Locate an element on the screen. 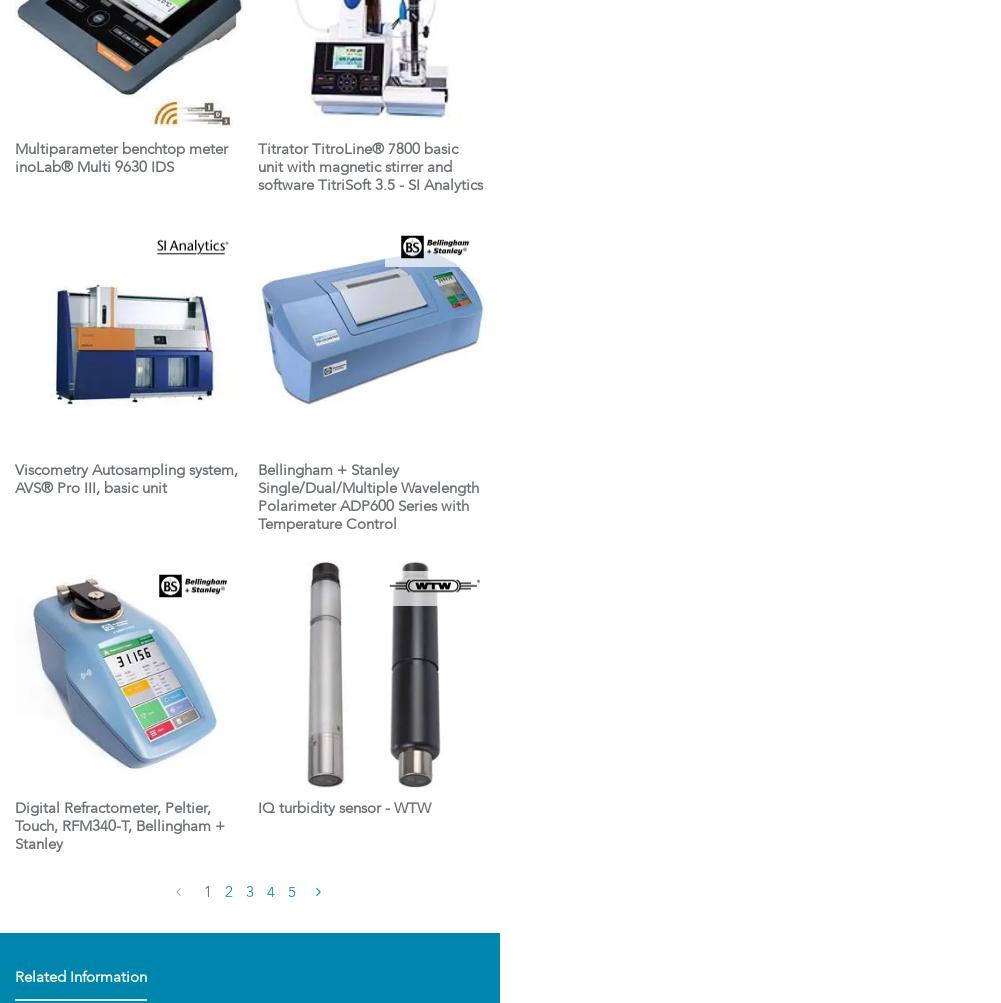  '3' is located at coordinates (249, 893).